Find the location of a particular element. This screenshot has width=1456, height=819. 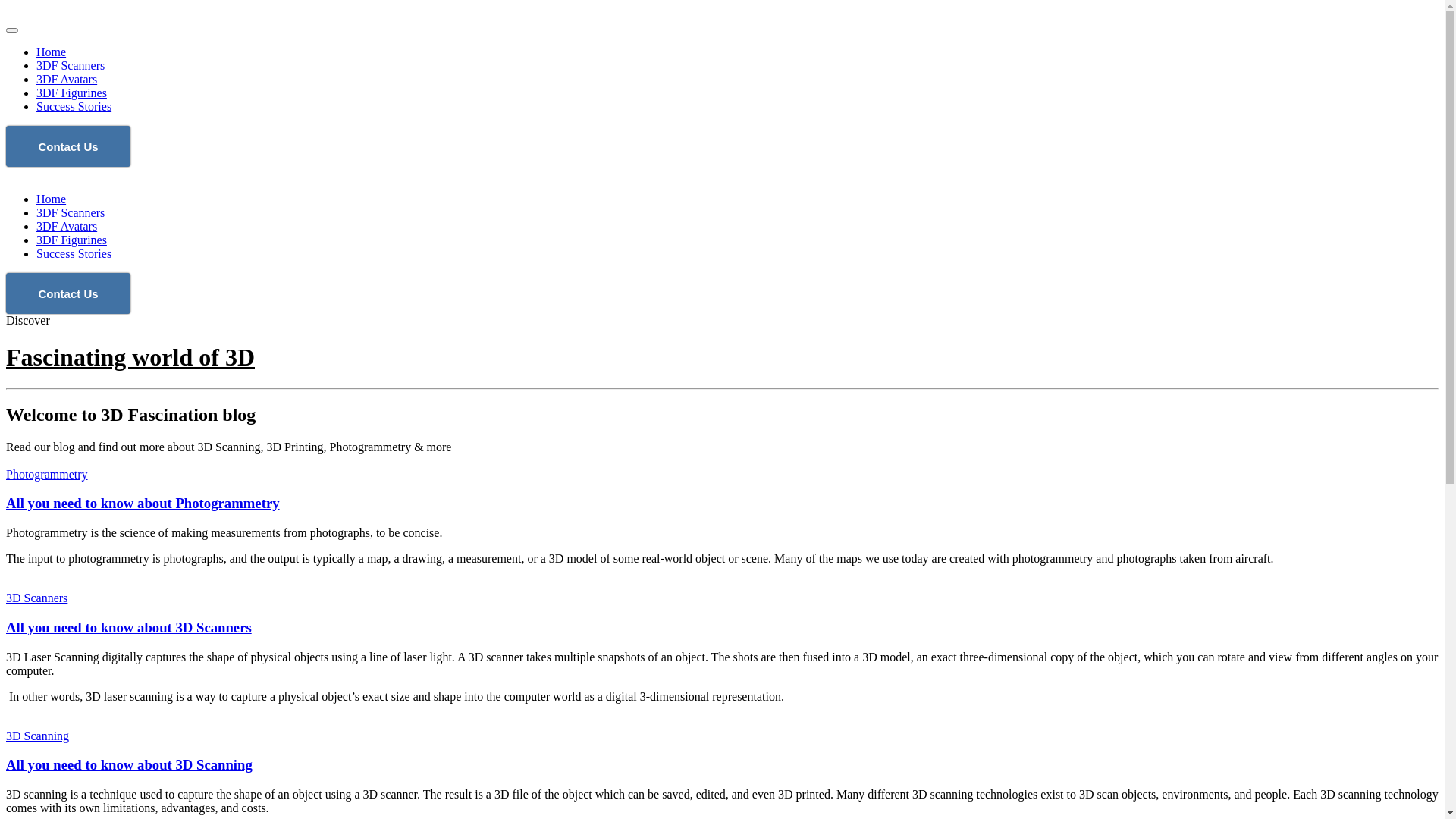

'3D Scanners' is located at coordinates (36, 597).